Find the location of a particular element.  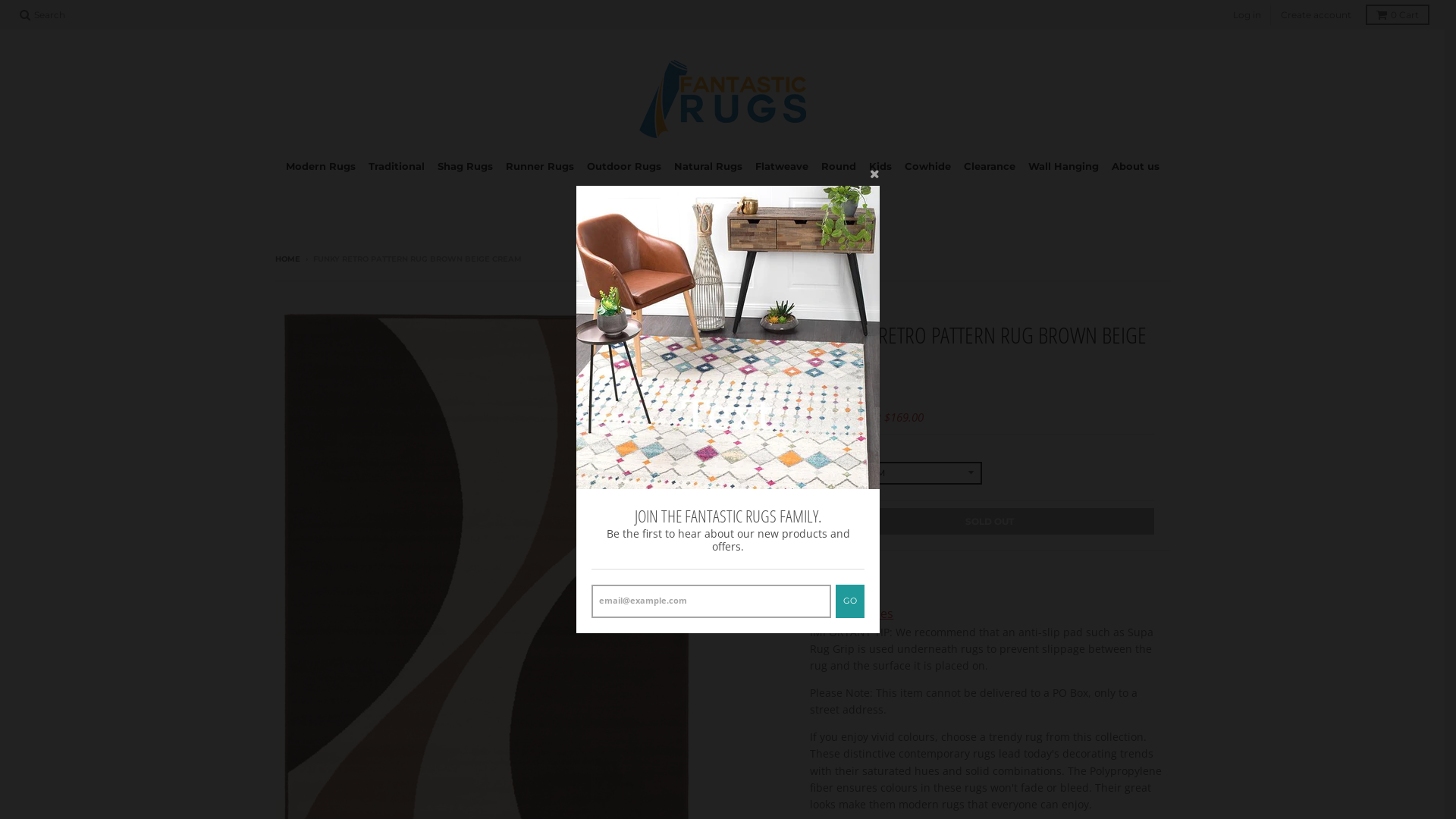

'About us' is located at coordinates (1134, 166).